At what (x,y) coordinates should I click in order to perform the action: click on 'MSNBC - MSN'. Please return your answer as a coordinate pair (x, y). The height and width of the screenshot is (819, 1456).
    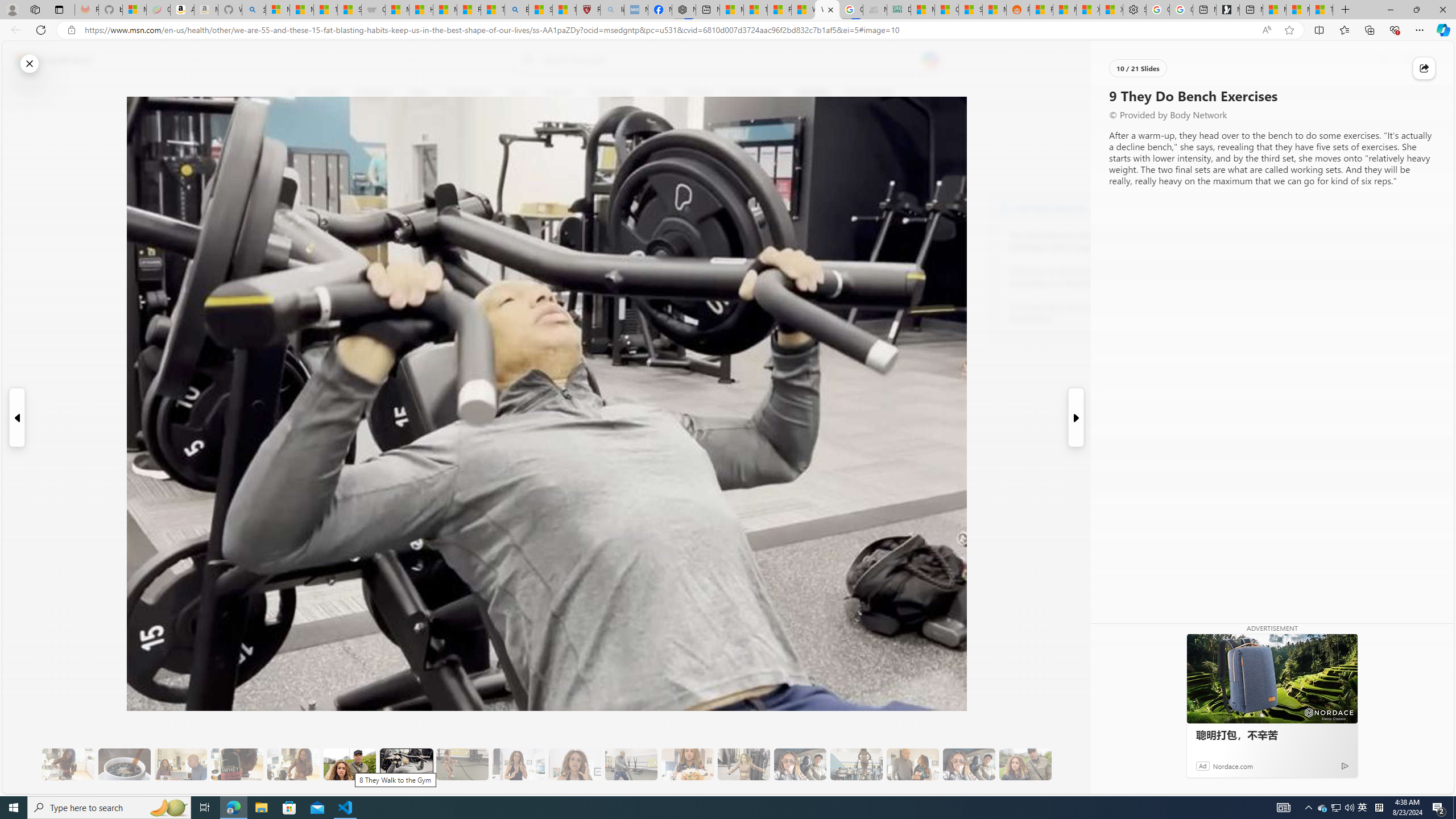
    Looking at the image, I should click on (922, 9).